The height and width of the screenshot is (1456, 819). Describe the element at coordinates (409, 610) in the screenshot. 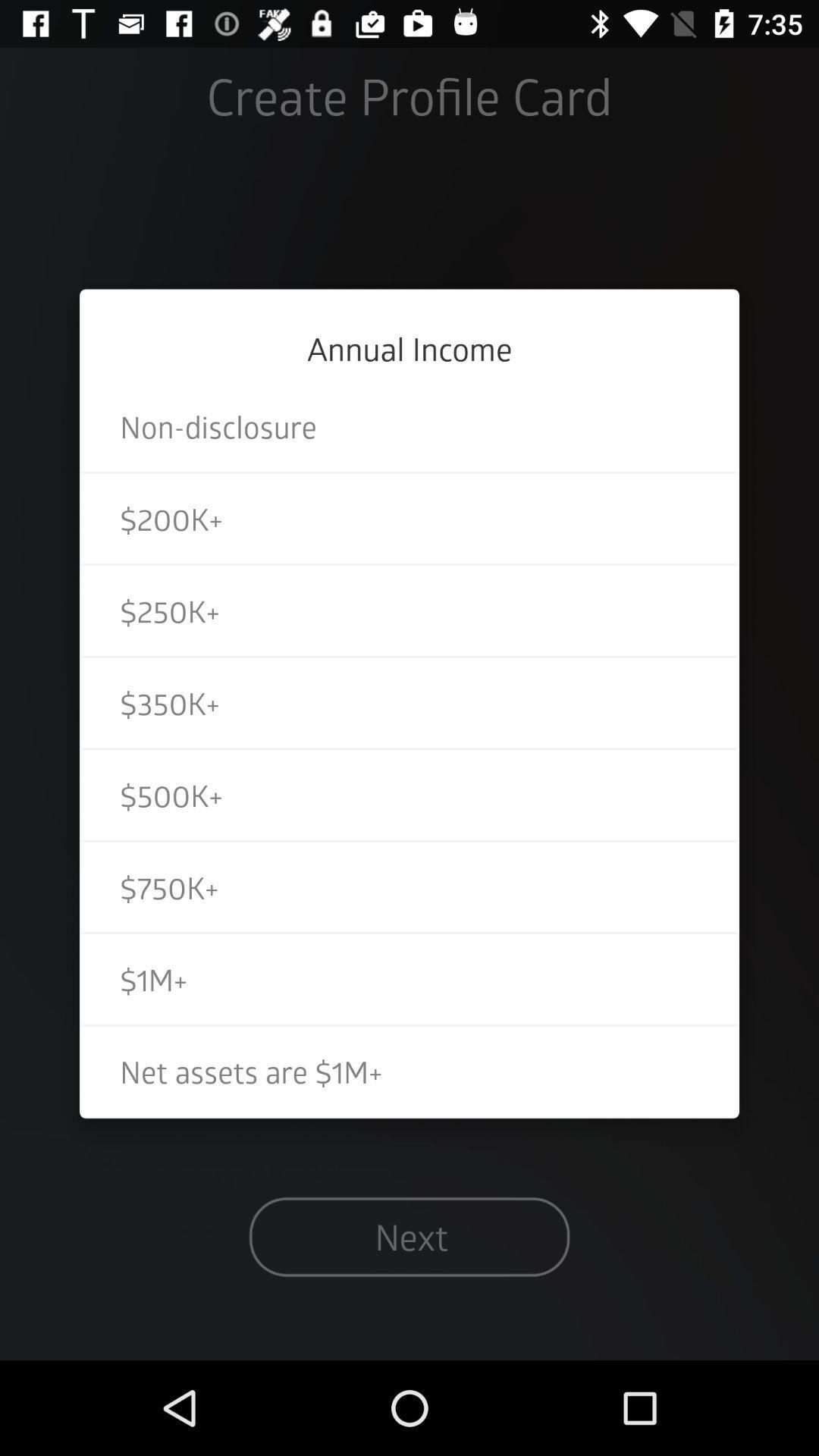

I see `$250k+ icon` at that location.